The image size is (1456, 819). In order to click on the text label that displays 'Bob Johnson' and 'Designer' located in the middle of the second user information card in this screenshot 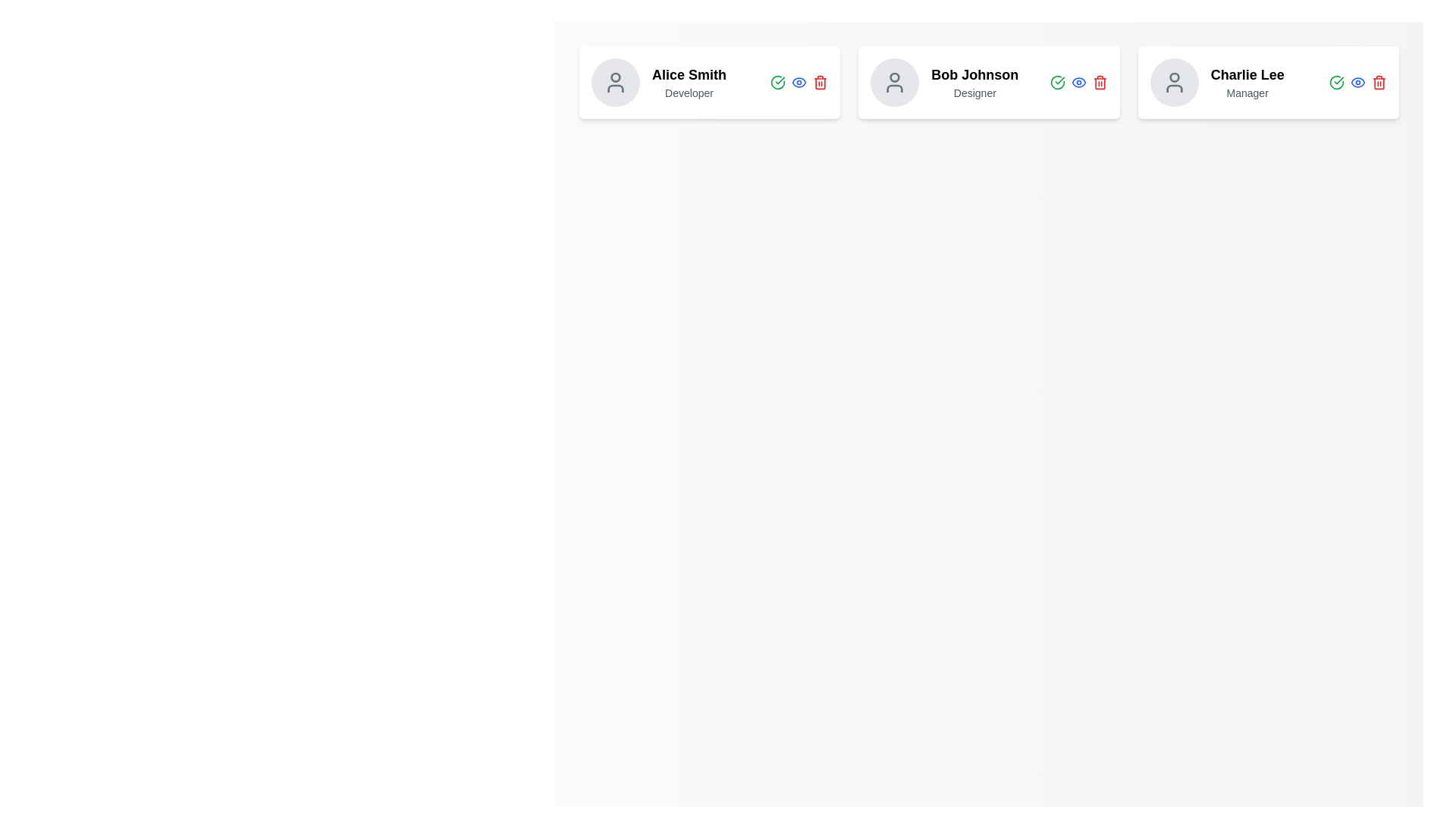, I will do `click(974, 82)`.